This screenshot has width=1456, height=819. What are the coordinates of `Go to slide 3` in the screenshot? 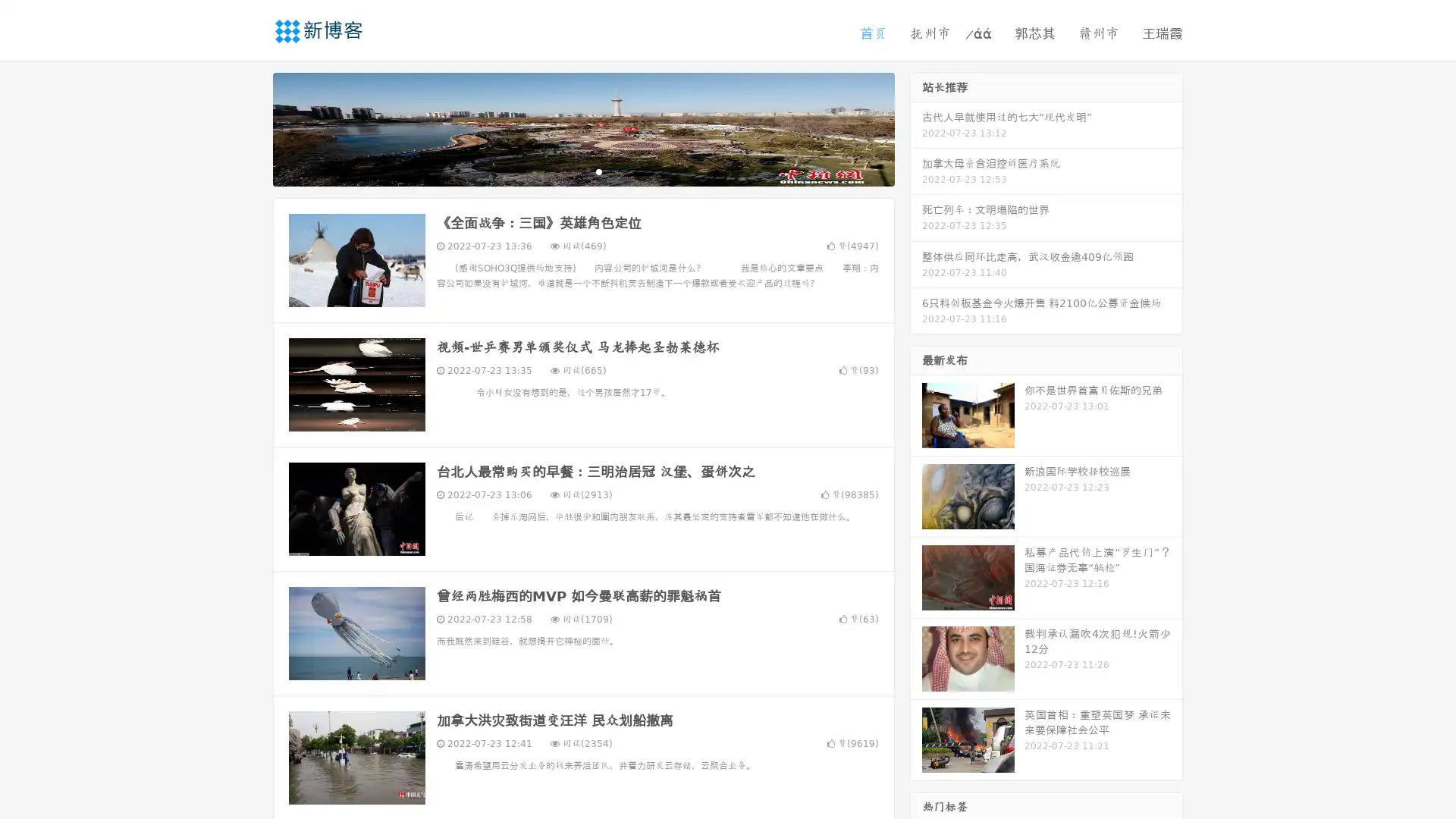 It's located at (598, 171).